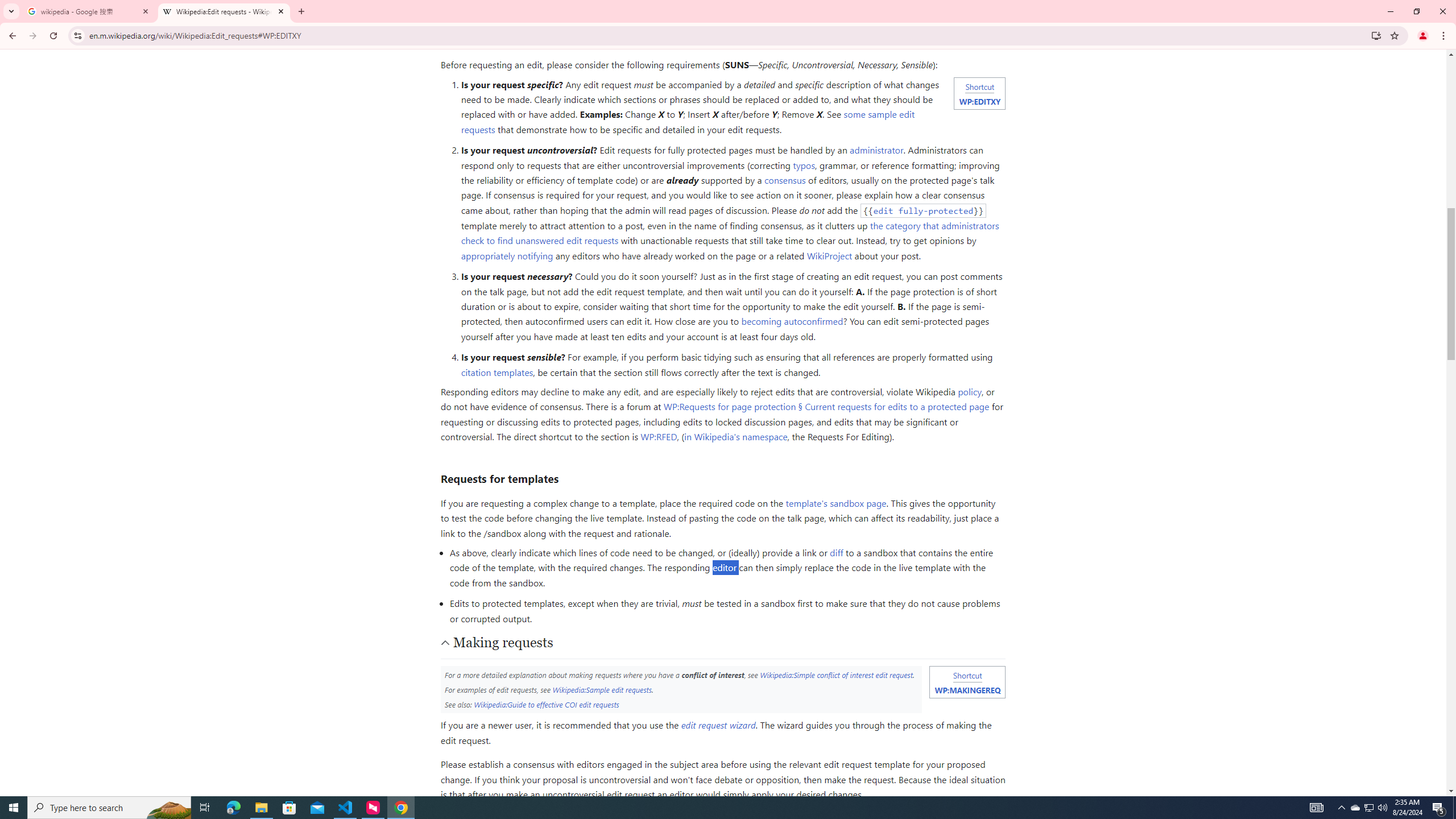  I want to click on 'citation templates', so click(496, 372).